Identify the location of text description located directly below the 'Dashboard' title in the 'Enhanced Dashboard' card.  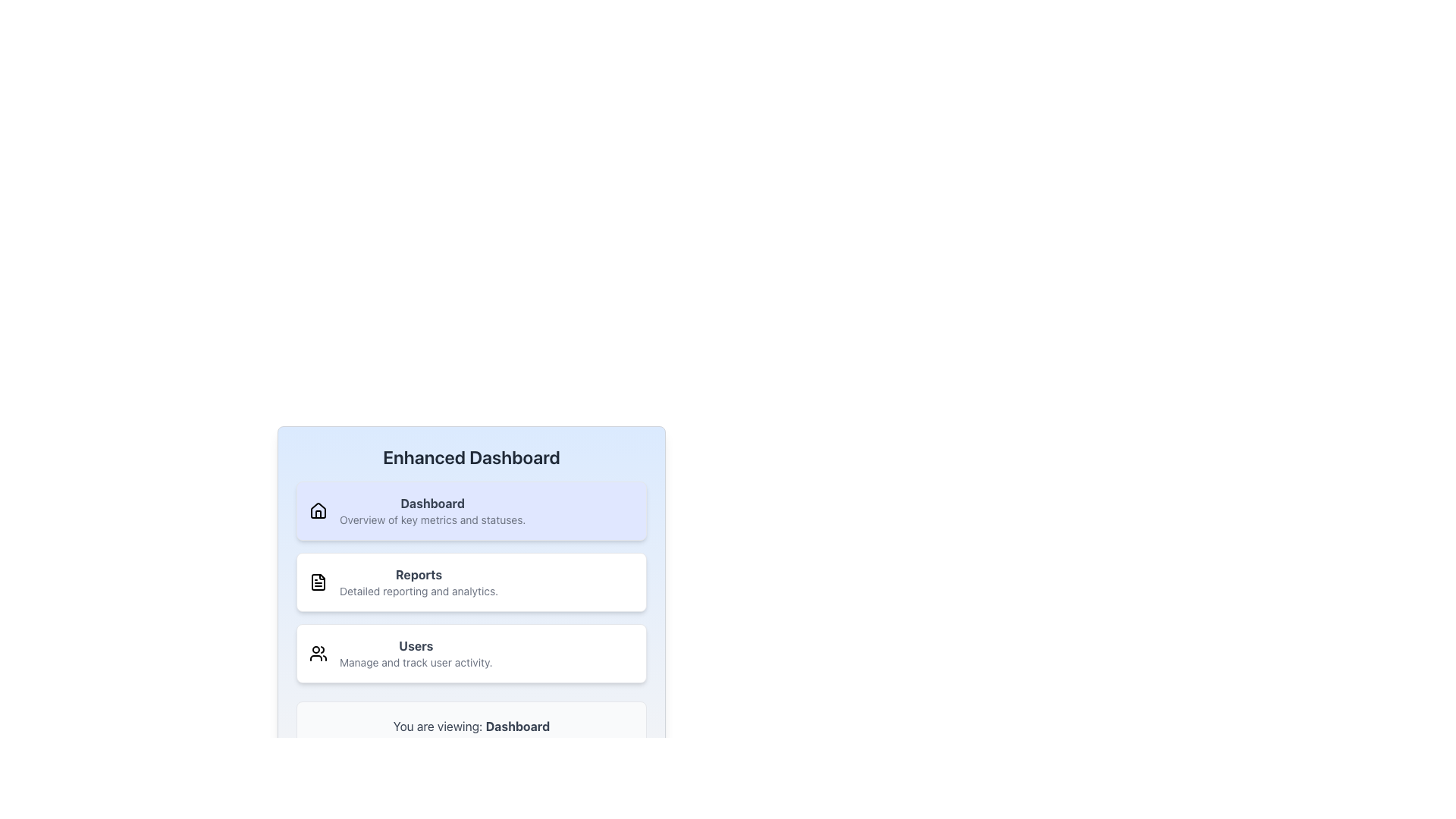
(431, 519).